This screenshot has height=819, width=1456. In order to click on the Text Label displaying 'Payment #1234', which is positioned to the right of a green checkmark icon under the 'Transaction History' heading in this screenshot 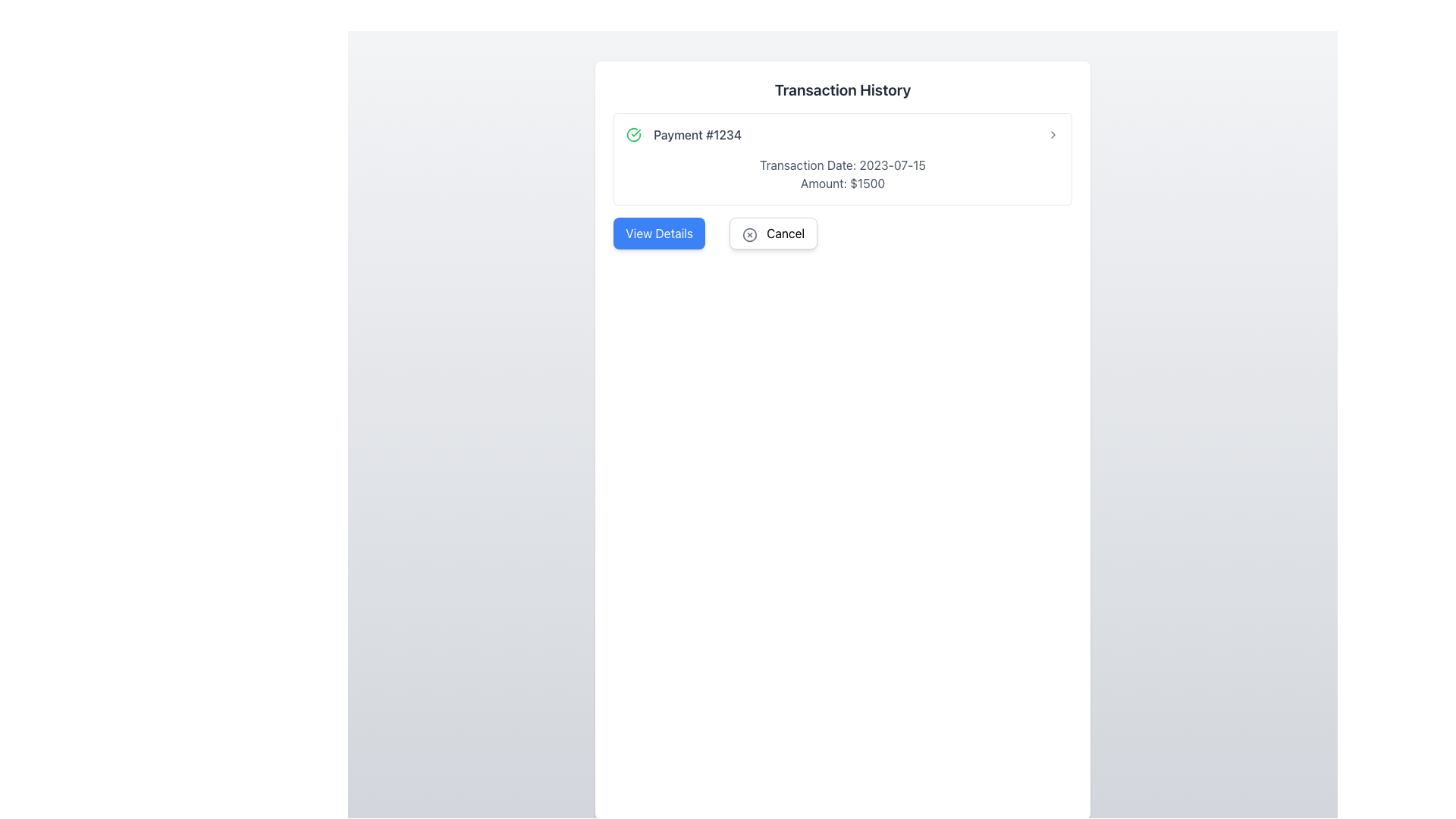, I will do `click(697, 133)`.